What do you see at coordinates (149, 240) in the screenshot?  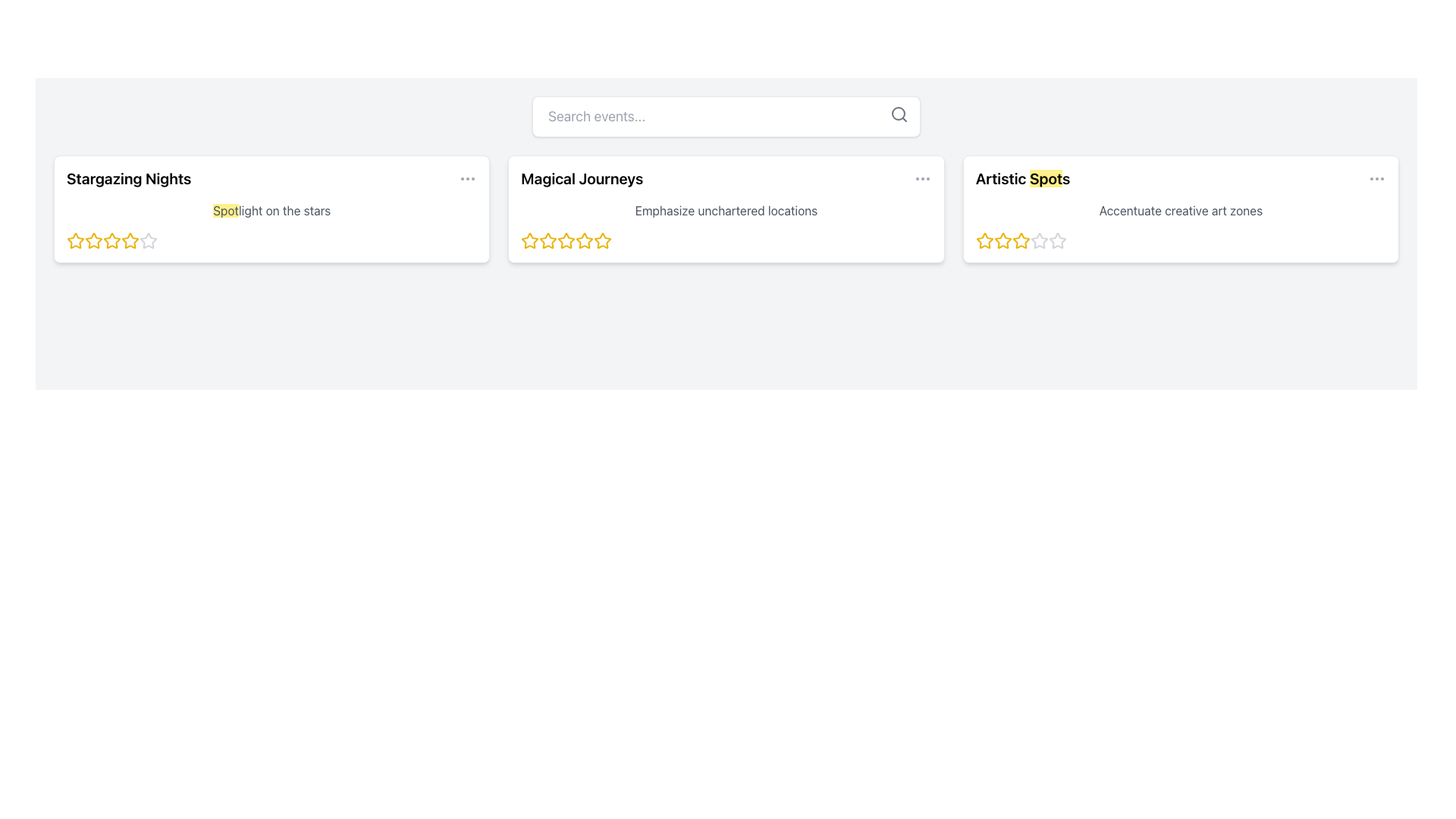 I see `the fifth gray star icon in the five-star rating system under the text 'Stargazing Nights'` at bounding box center [149, 240].